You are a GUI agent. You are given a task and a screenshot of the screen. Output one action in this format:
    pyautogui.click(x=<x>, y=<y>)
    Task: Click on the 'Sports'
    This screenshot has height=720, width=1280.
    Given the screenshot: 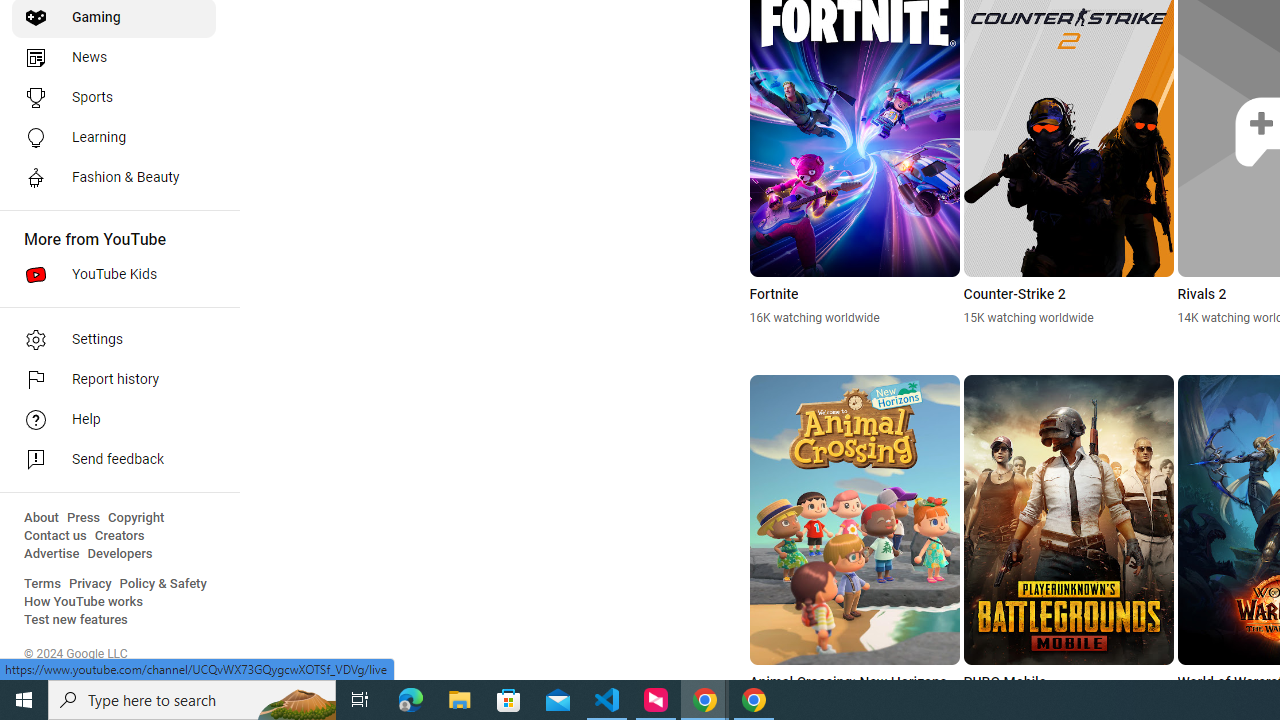 What is the action you would take?
    pyautogui.click(x=112, y=97)
    